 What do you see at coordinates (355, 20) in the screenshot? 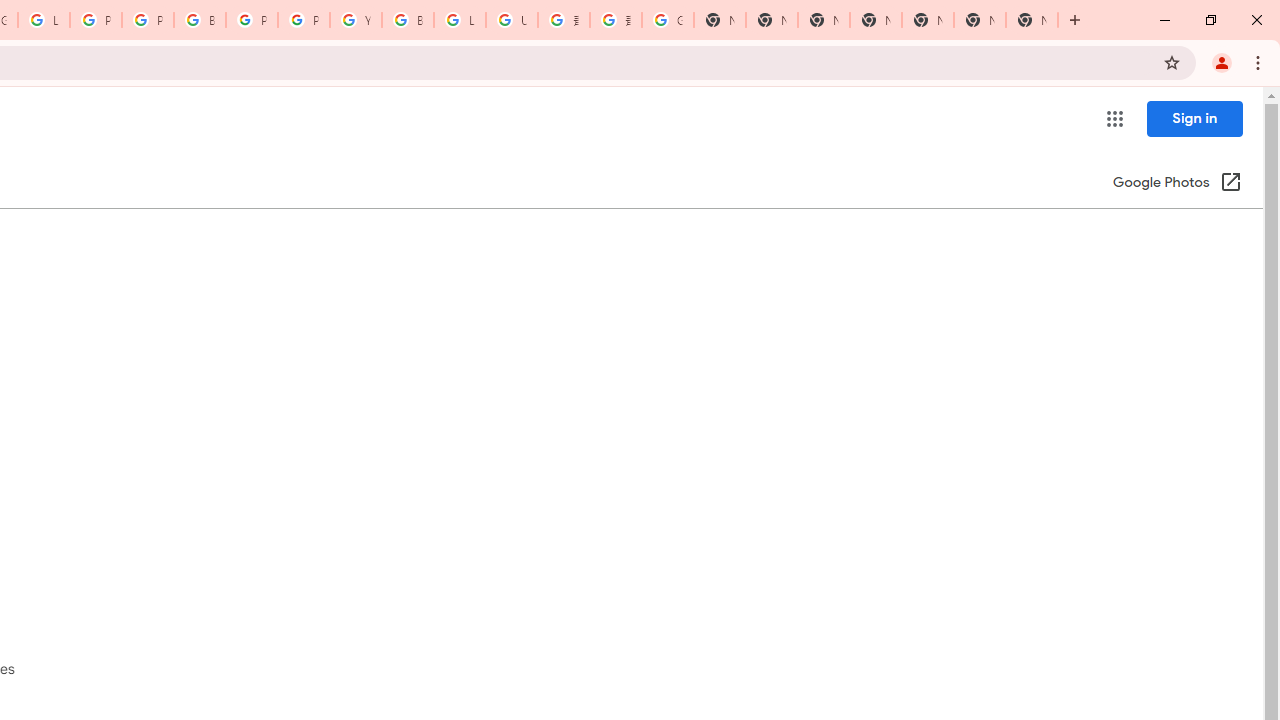
I see `'YouTube'` at bounding box center [355, 20].